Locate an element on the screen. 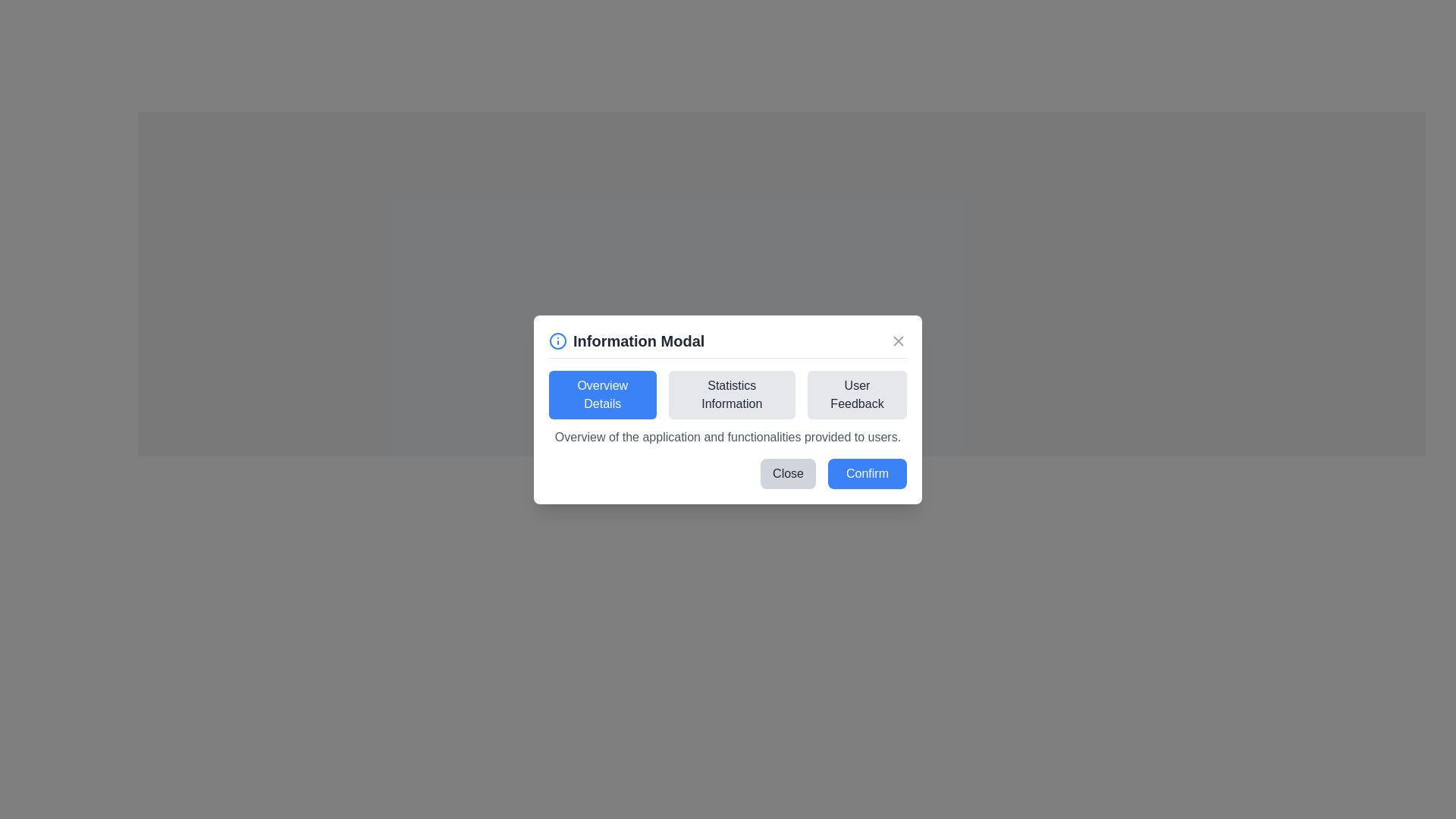 This screenshot has height=819, width=1456. the 'Statistics Information' button, which is a rectangular button with a light grey background and darker grey text, located in the center of a row of three buttons within a modal window is located at coordinates (728, 394).